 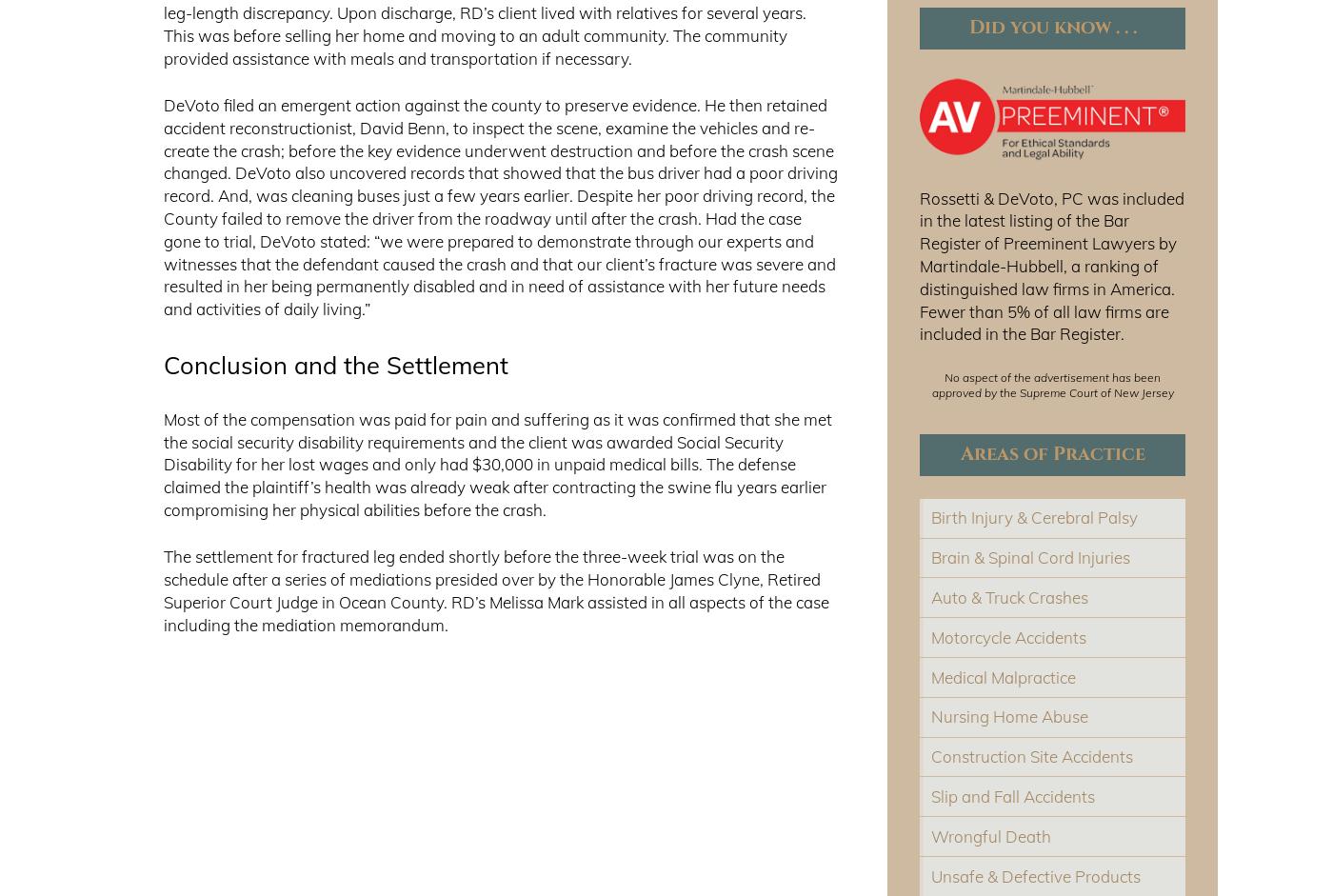 What do you see at coordinates (1030, 556) in the screenshot?
I see `'Brain & Spinal Cord Injuries'` at bounding box center [1030, 556].